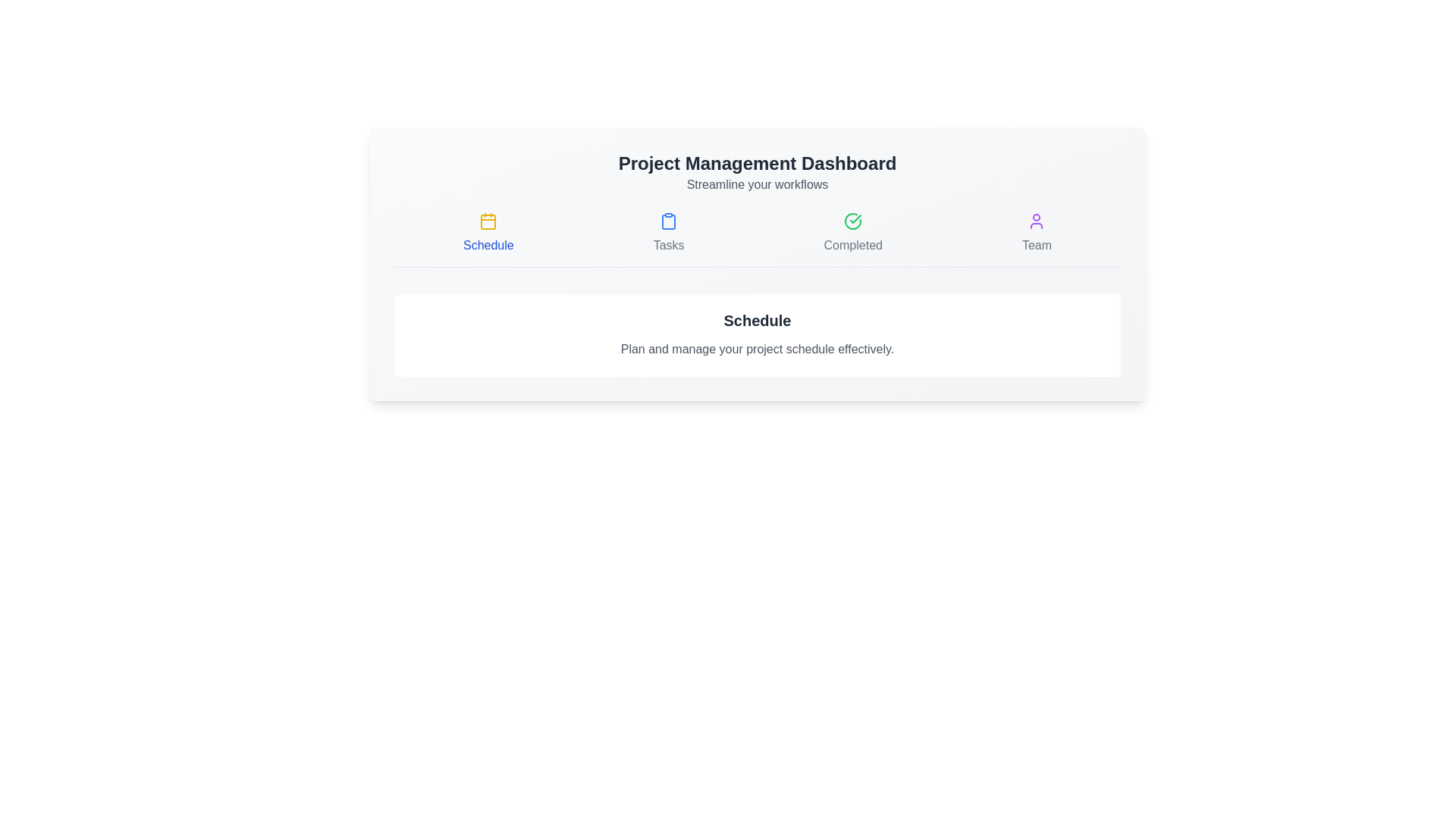 The image size is (1456, 819). What do you see at coordinates (488, 234) in the screenshot?
I see `the tab named Schedule` at bounding box center [488, 234].